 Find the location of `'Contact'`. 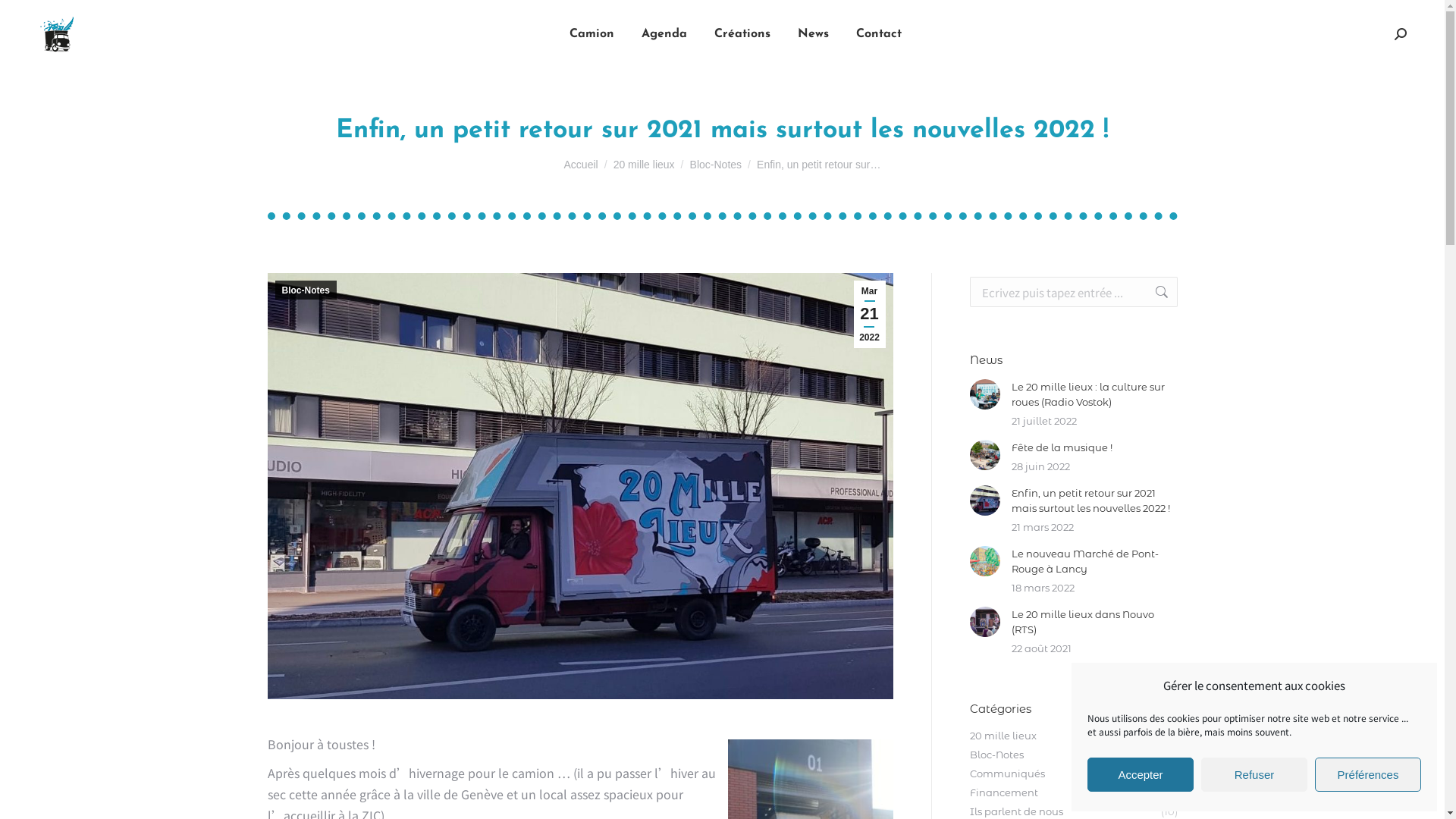

'Contact' is located at coordinates (877, 34).